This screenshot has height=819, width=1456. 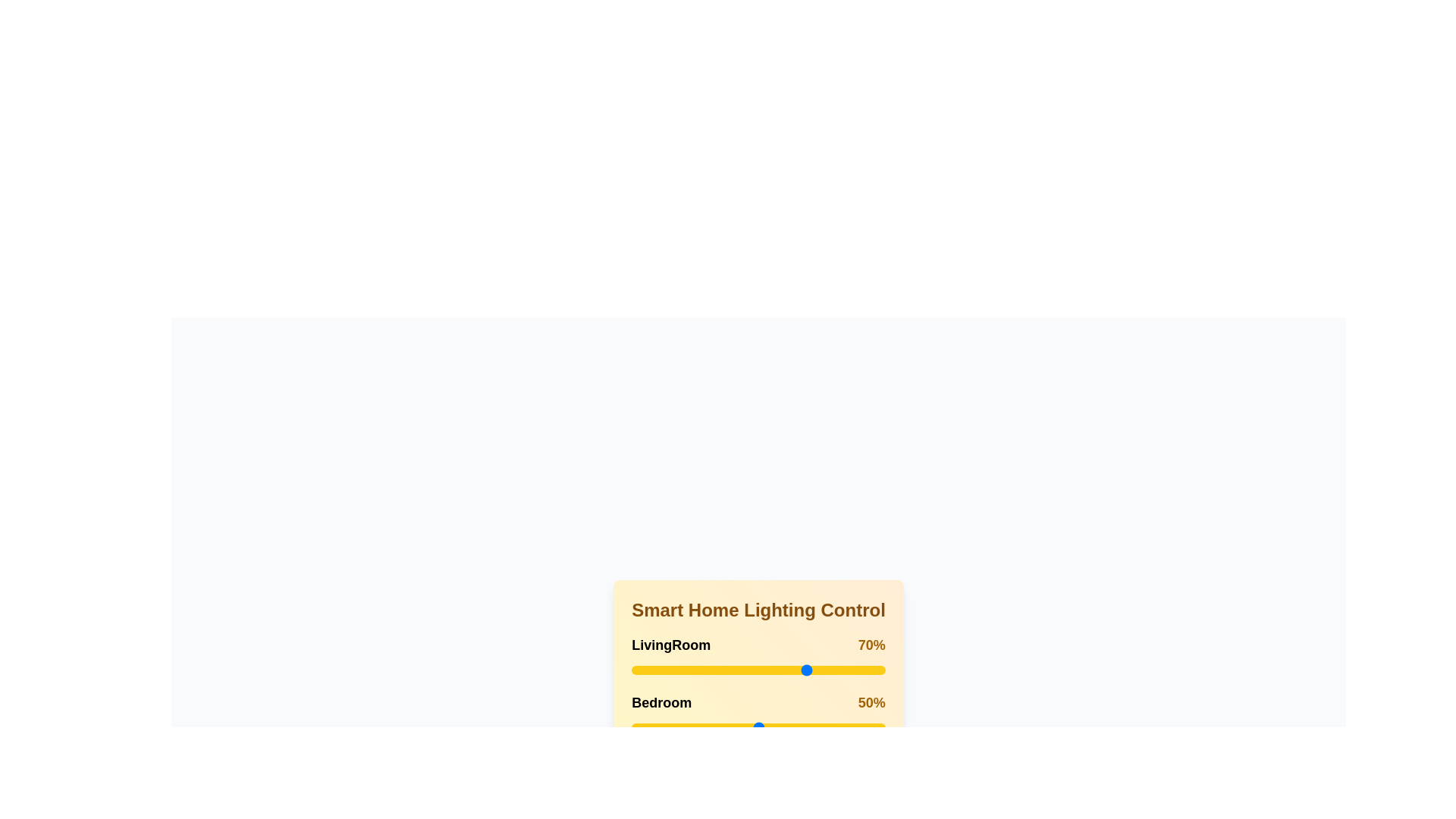 I want to click on the lighting control value, so click(x=858, y=669).